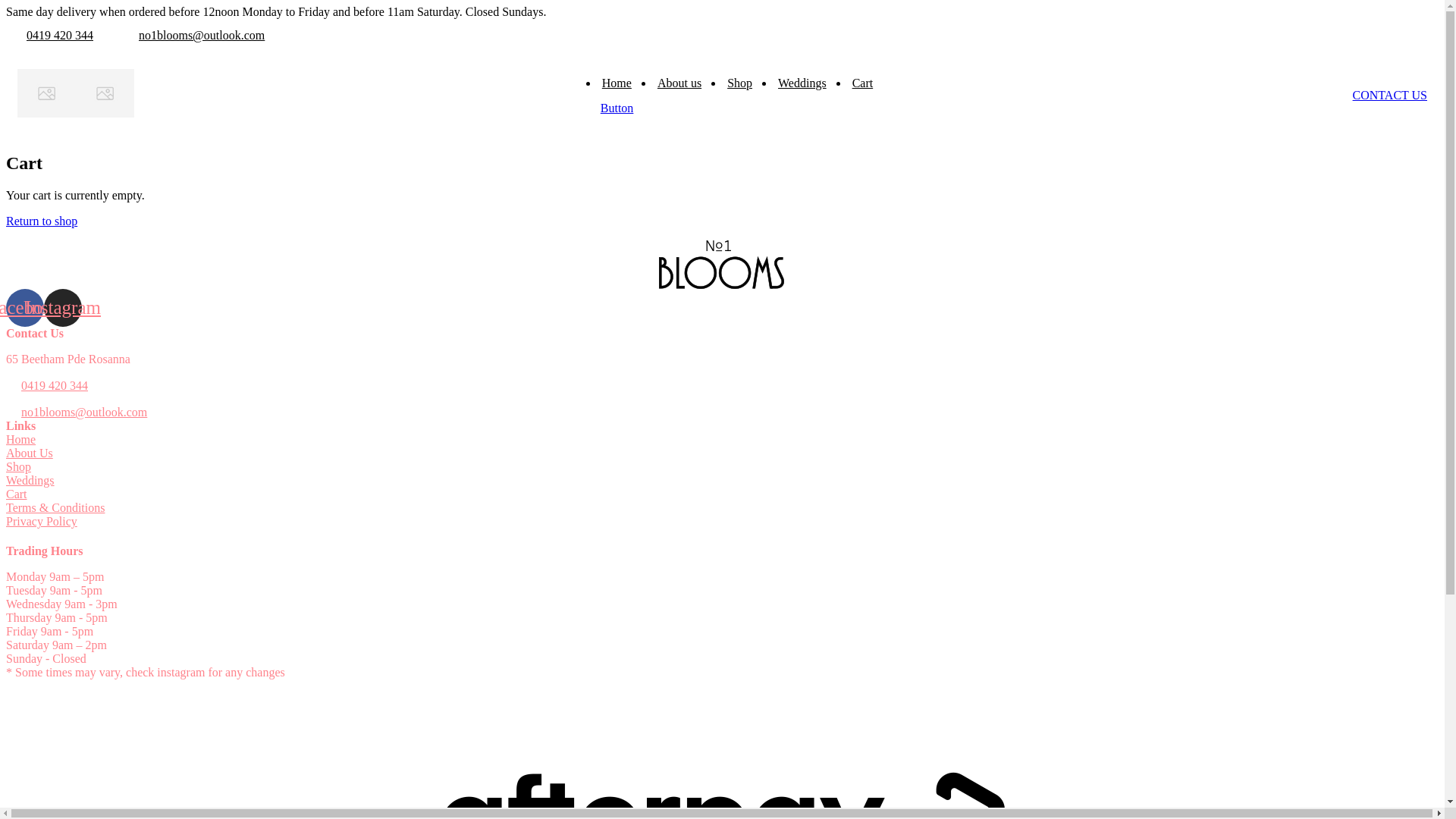 This screenshot has height=819, width=1456. I want to click on '0419 420 344', so click(59, 34).